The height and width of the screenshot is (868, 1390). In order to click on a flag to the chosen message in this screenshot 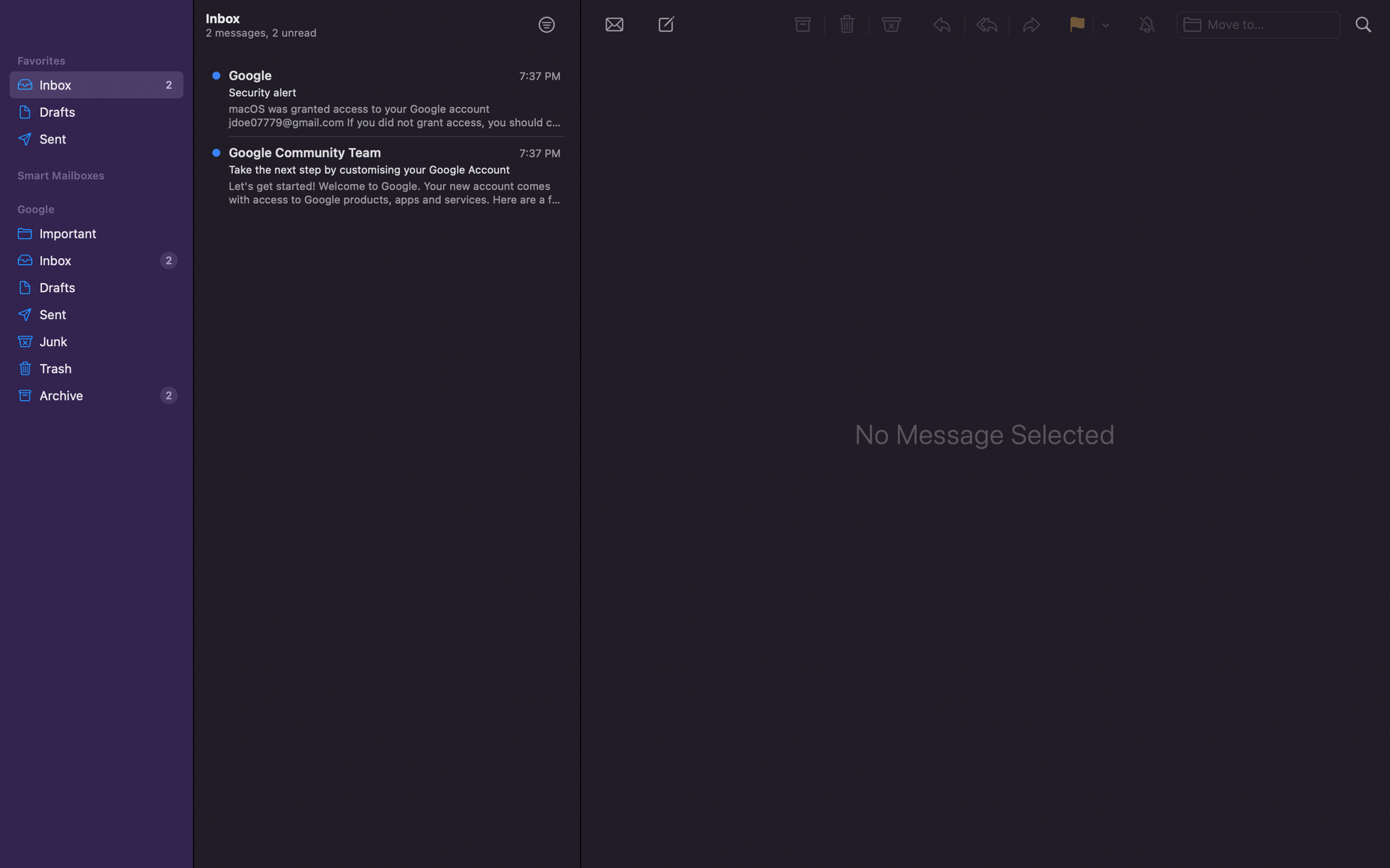, I will do `click(1077, 24)`.